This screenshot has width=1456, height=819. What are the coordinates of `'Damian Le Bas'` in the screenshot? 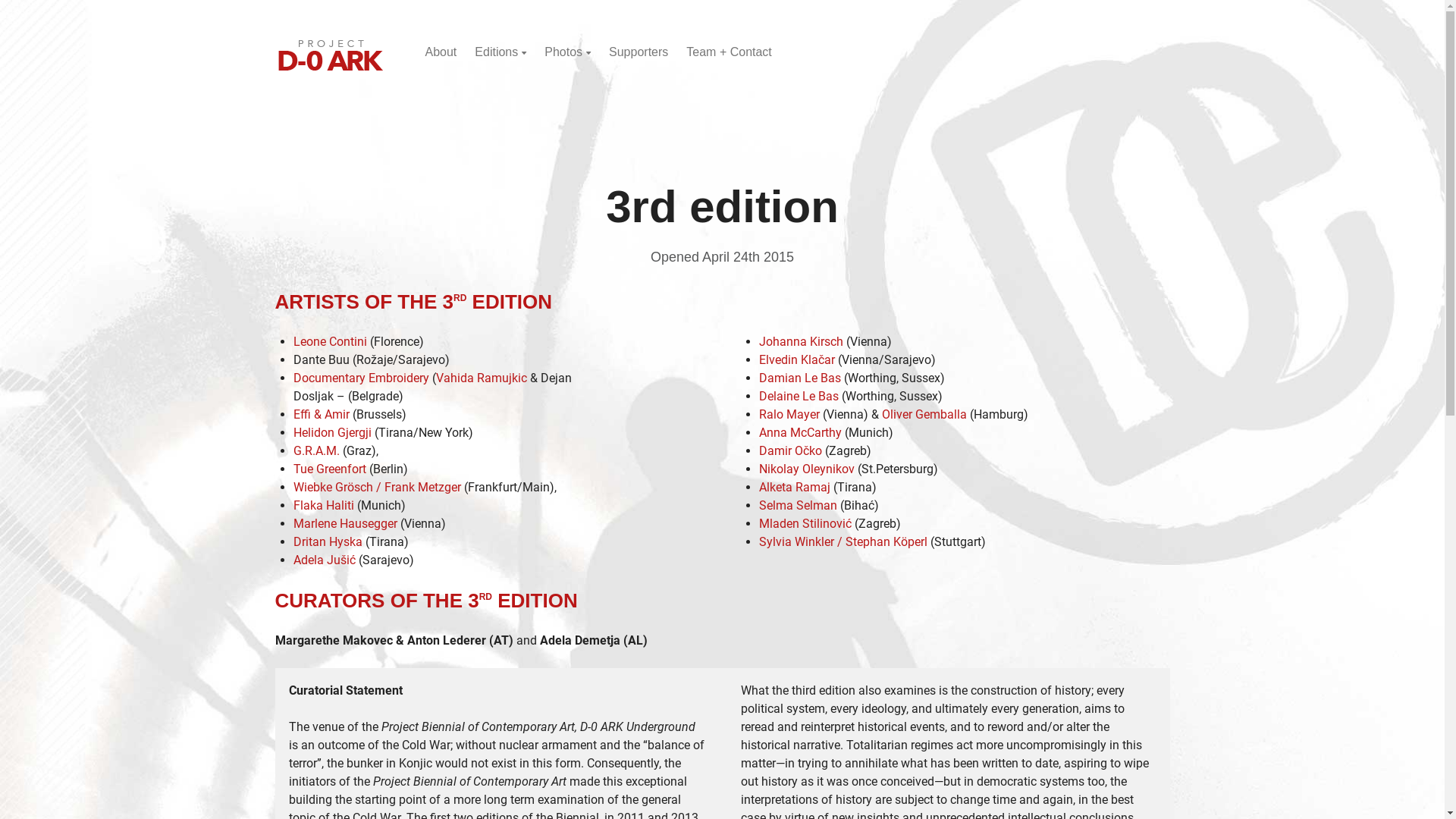 It's located at (799, 377).